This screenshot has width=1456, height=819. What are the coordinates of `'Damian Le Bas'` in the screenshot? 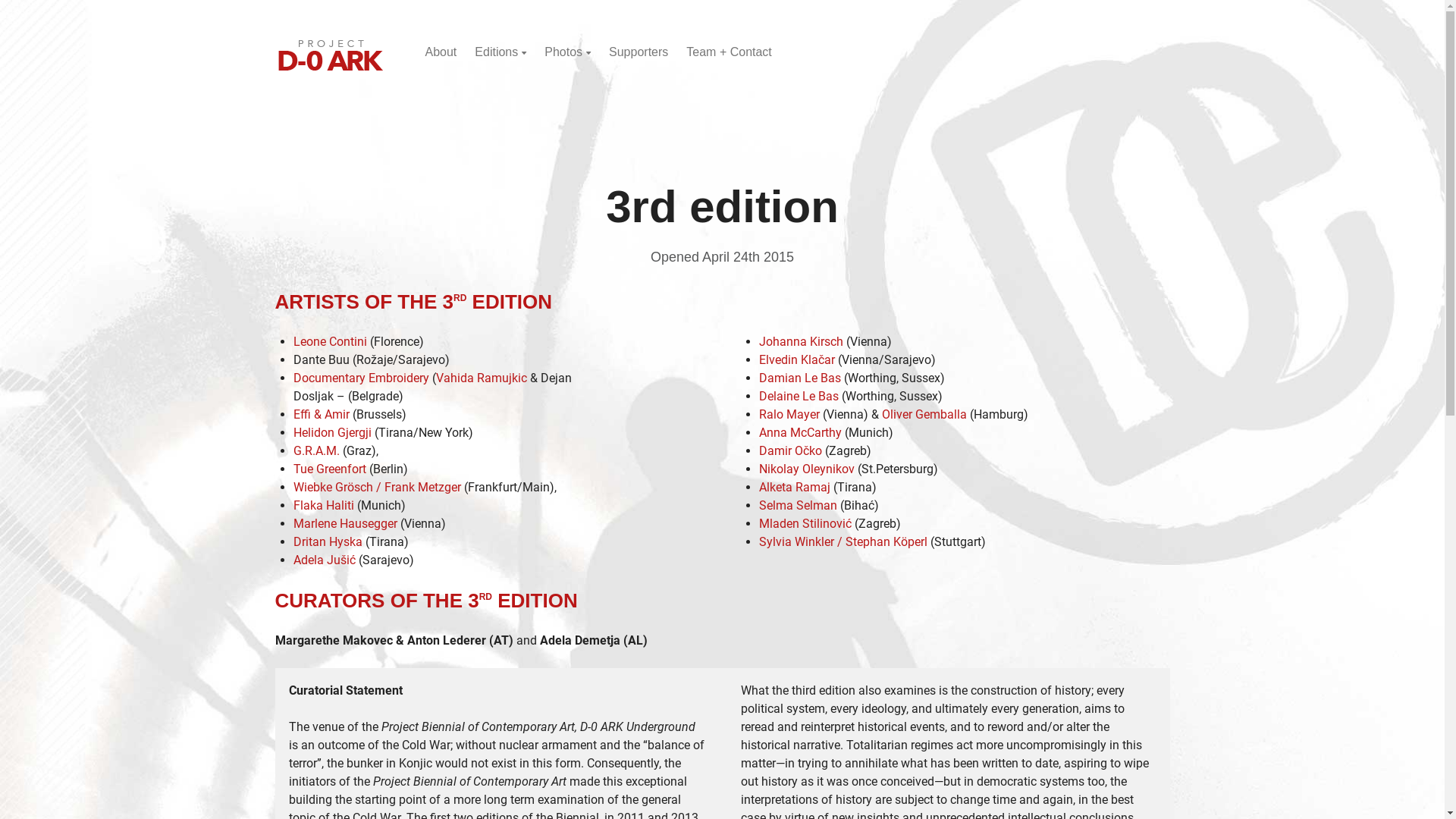 It's located at (799, 377).